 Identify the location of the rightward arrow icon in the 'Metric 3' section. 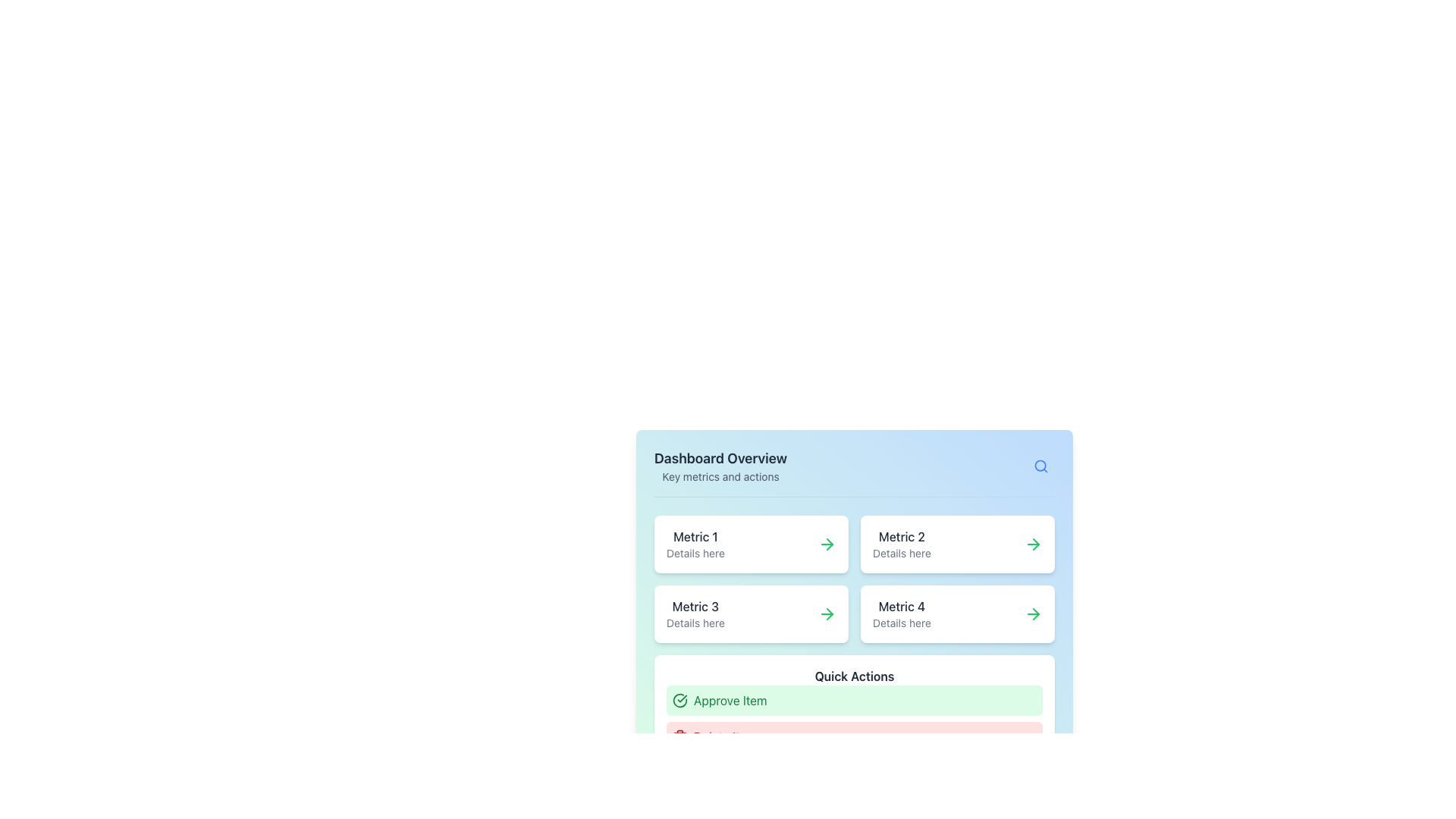
(829, 614).